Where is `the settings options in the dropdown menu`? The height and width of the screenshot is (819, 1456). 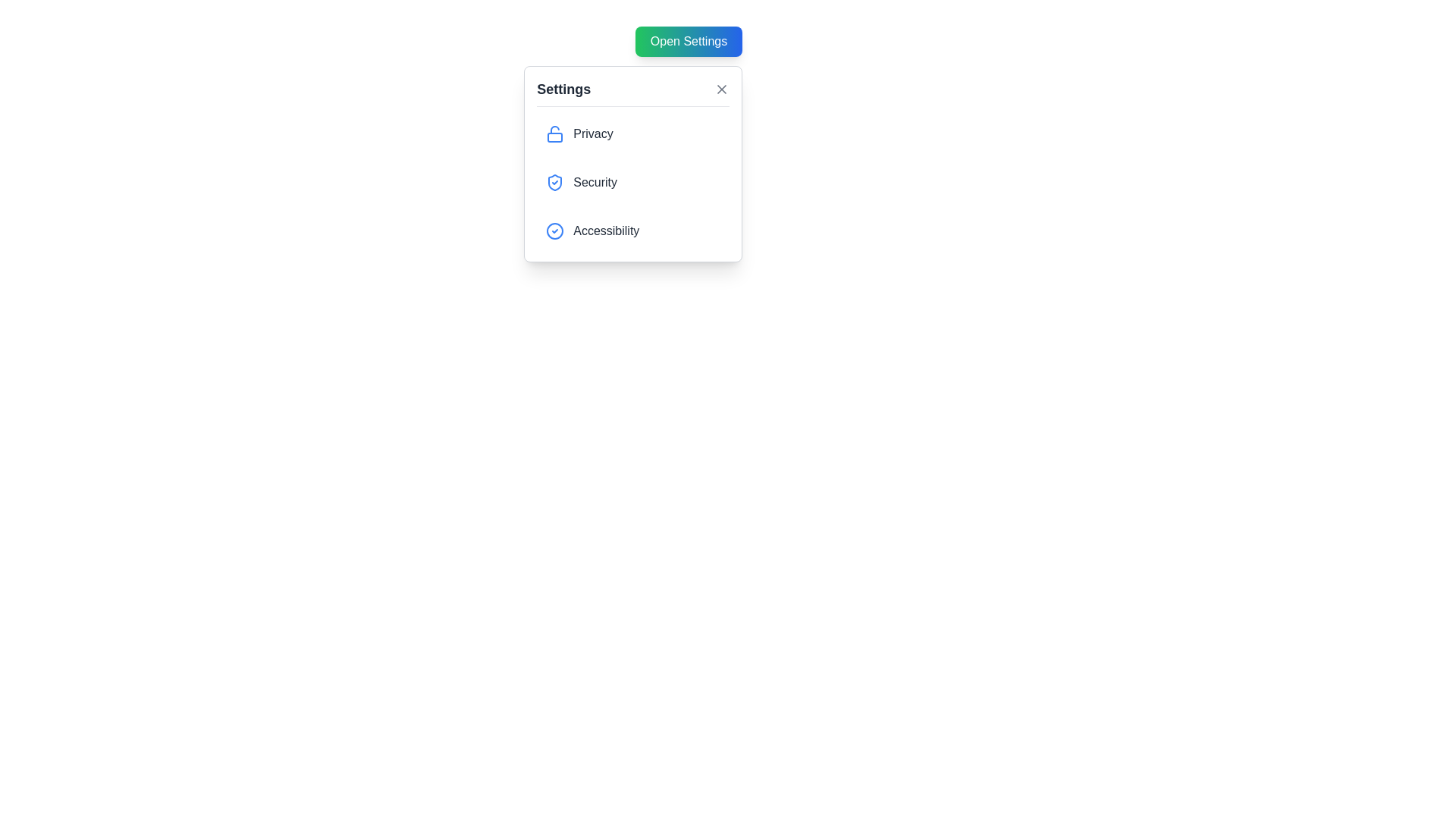
the settings options in the dropdown menu is located at coordinates (633, 181).